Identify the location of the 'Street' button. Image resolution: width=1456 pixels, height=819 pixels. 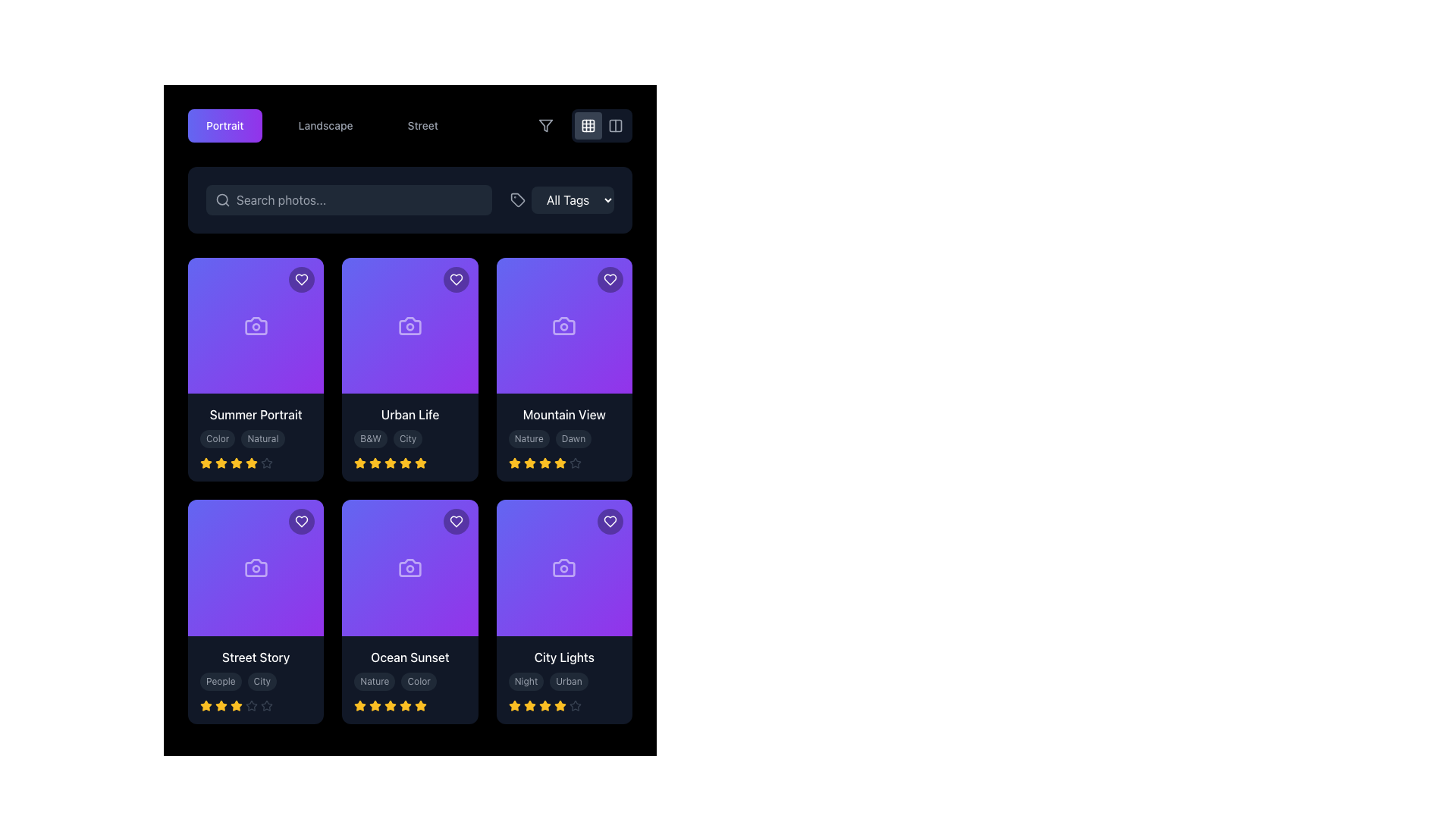
(422, 124).